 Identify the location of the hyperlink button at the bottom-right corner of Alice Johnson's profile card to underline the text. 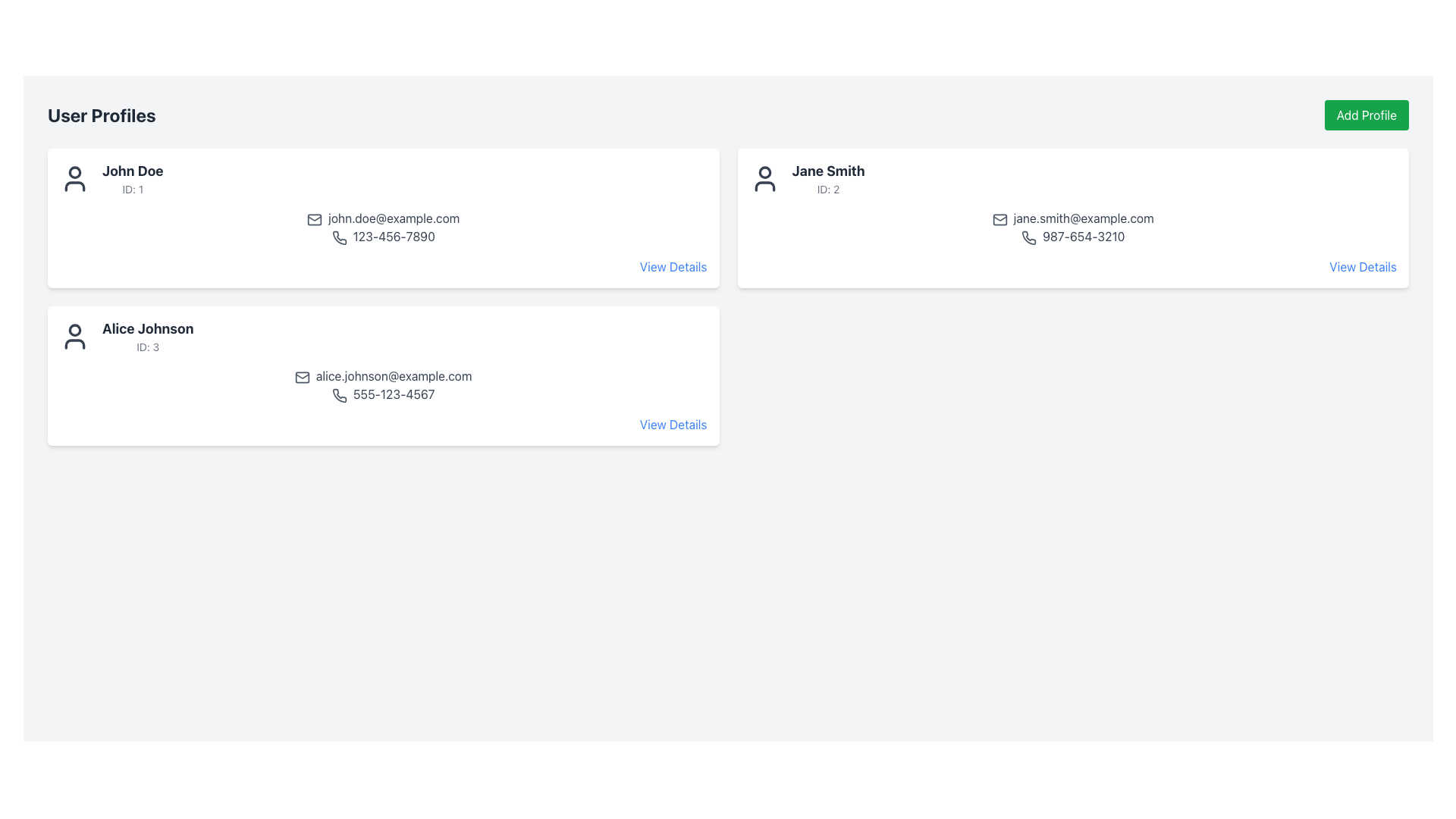
(673, 424).